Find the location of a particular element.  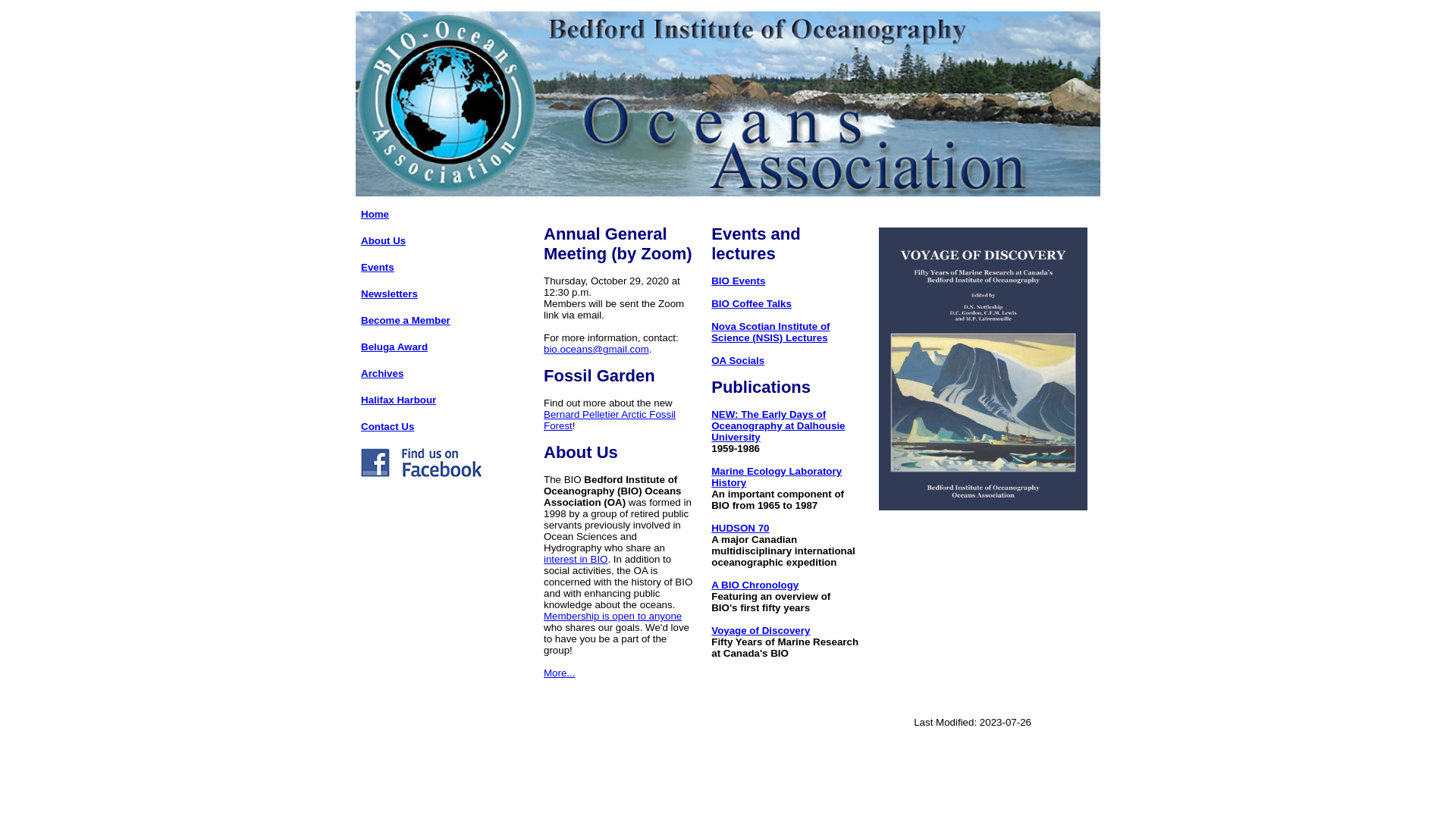

'Halifax Harbour' is located at coordinates (398, 399).